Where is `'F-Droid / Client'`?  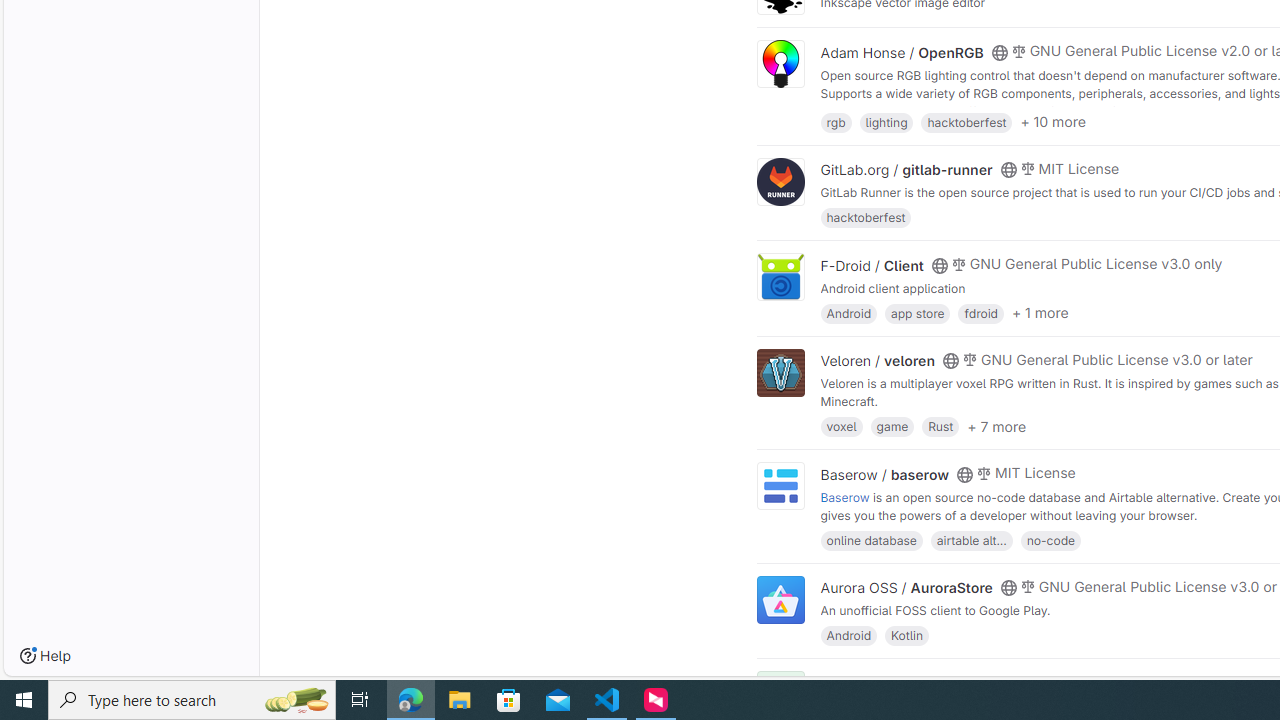
'F-Droid / Client' is located at coordinates (872, 264).